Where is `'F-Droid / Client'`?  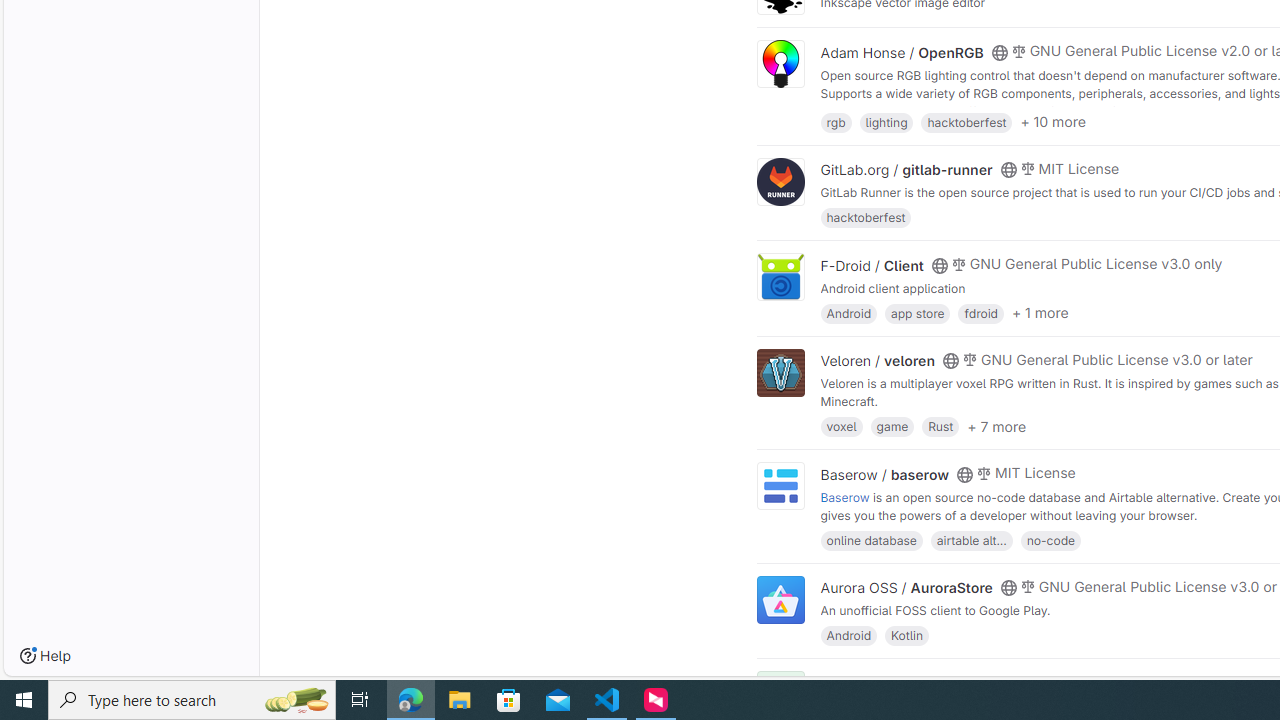
'F-Droid / Client' is located at coordinates (872, 264).